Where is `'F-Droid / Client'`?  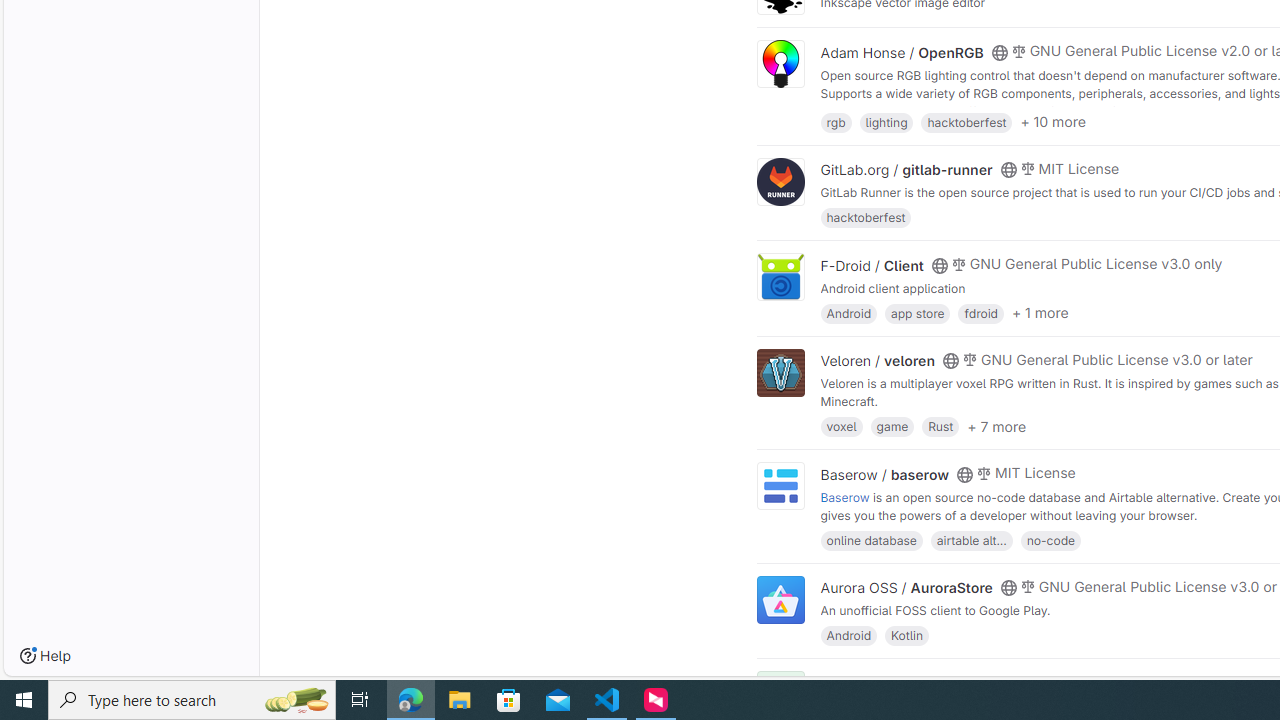
'F-Droid / Client' is located at coordinates (872, 264).